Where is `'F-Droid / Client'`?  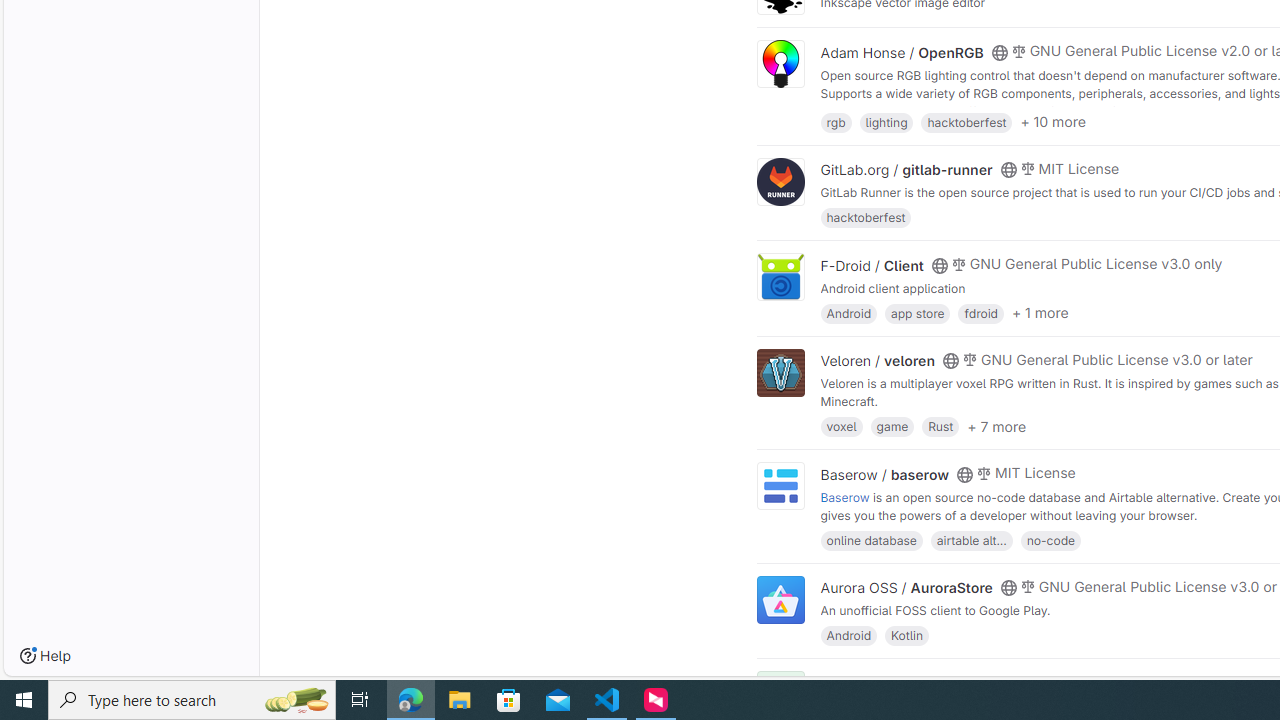
'F-Droid / Client' is located at coordinates (872, 264).